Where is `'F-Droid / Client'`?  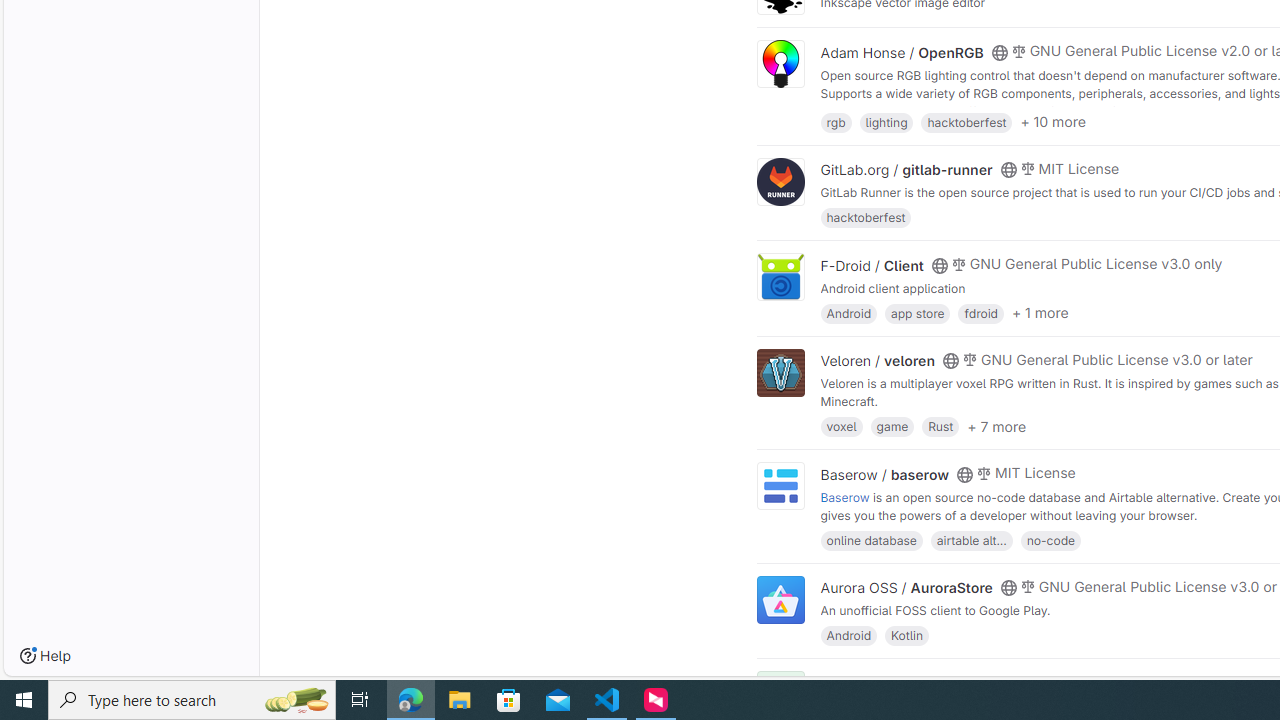
'F-Droid / Client' is located at coordinates (872, 264).